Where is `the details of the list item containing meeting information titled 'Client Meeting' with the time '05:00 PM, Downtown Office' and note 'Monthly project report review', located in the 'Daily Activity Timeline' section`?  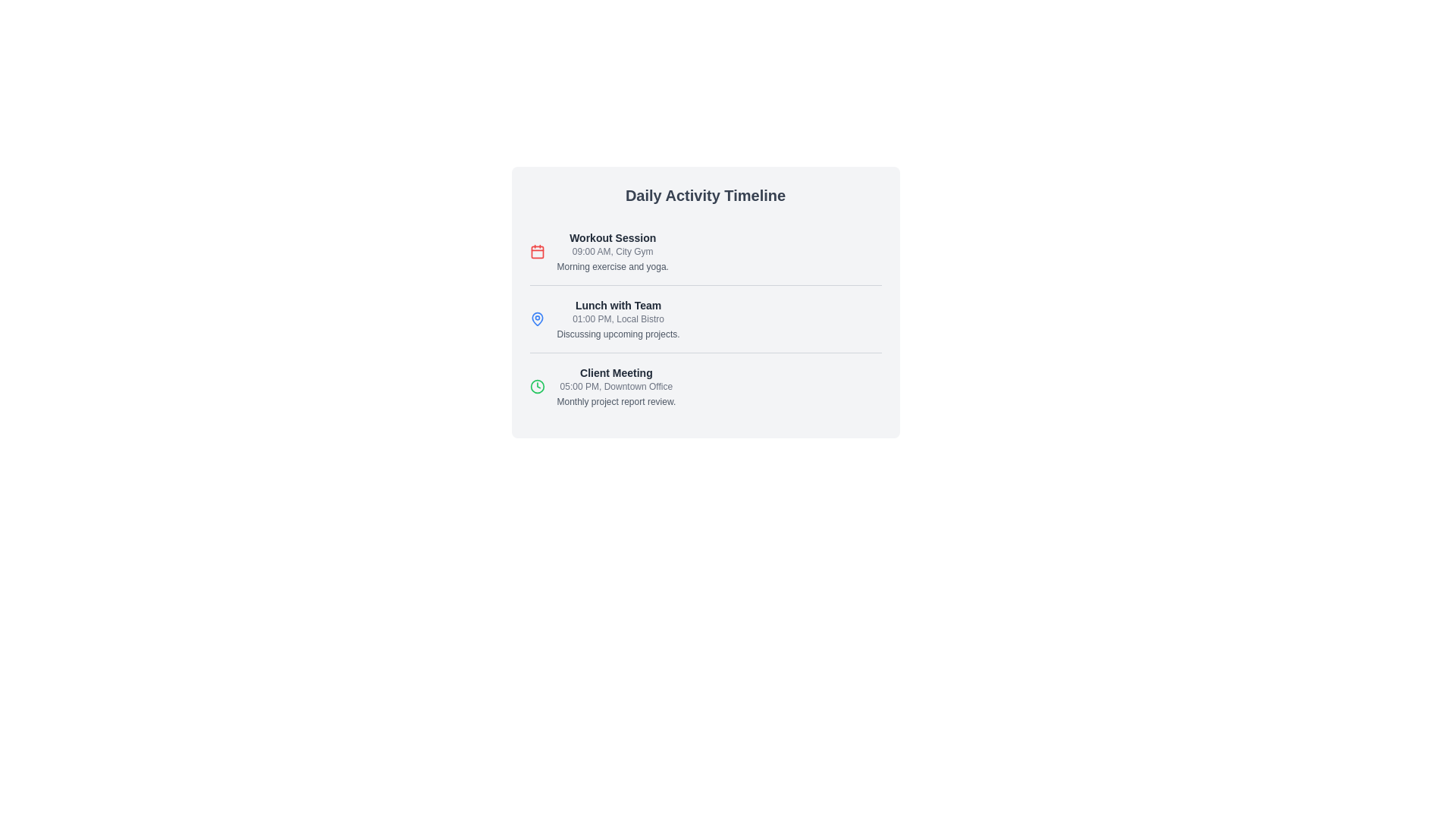 the details of the list item containing meeting information titled 'Client Meeting' with the time '05:00 PM, Downtown Office' and note 'Monthly project report review', located in the 'Daily Activity Timeline' section is located at coordinates (704, 385).